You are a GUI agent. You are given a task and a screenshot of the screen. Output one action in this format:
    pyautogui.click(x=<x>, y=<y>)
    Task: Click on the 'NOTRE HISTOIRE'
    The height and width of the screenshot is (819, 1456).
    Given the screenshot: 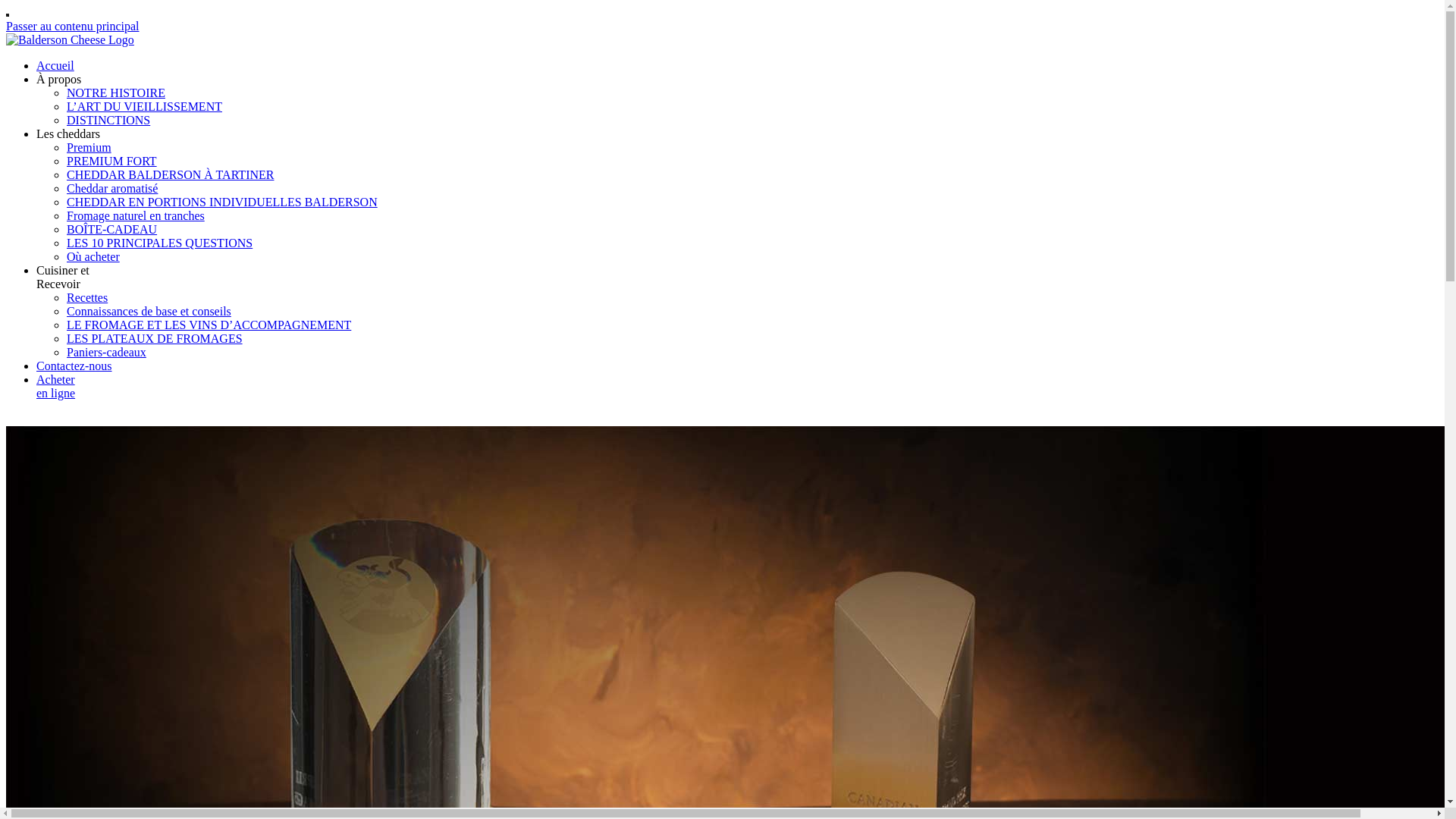 What is the action you would take?
    pyautogui.click(x=115, y=93)
    